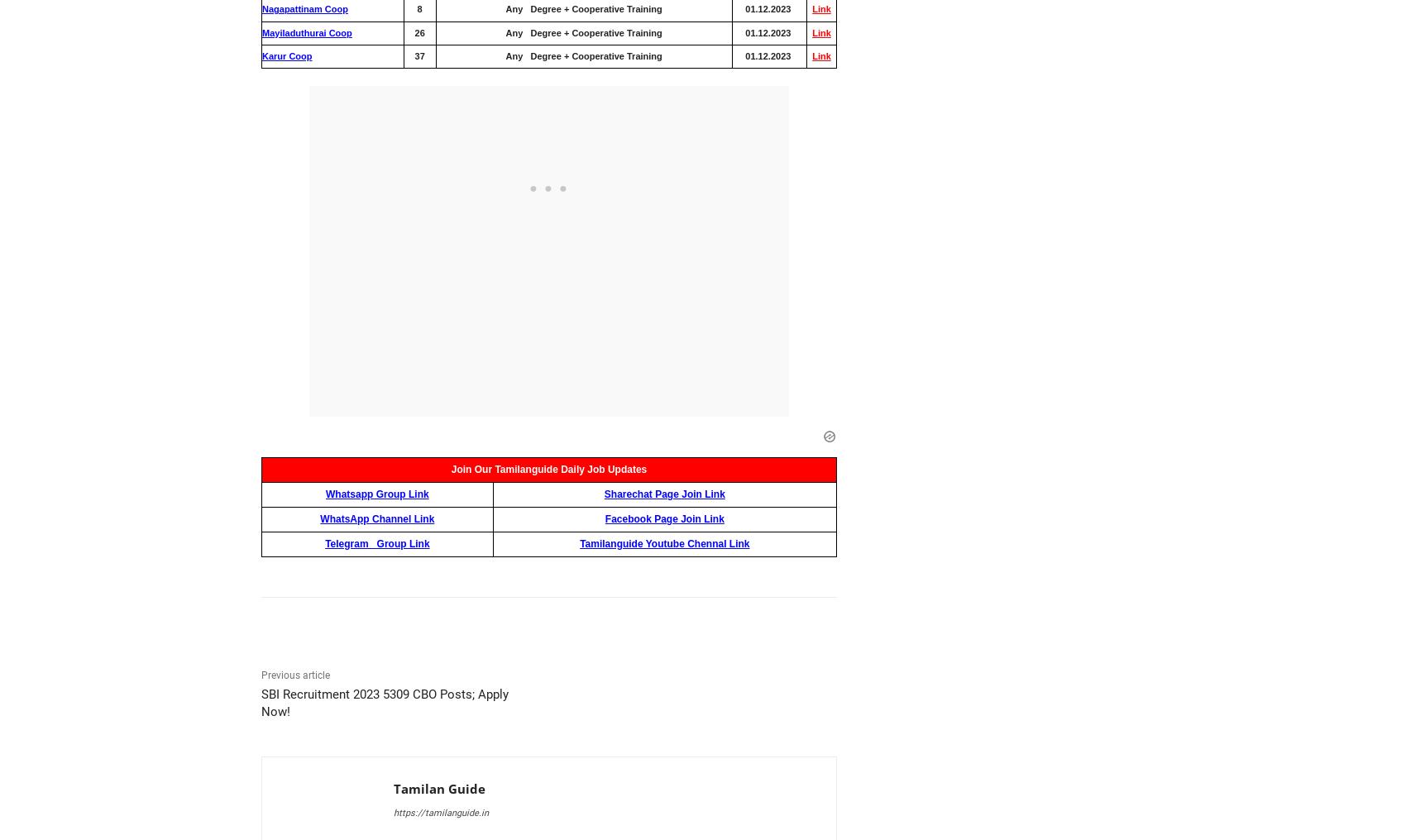 This screenshot has height=840, width=1406. Describe the element at coordinates (663, 518) in the screenshot. I see `'Facebook Page Join Link'` at that location.